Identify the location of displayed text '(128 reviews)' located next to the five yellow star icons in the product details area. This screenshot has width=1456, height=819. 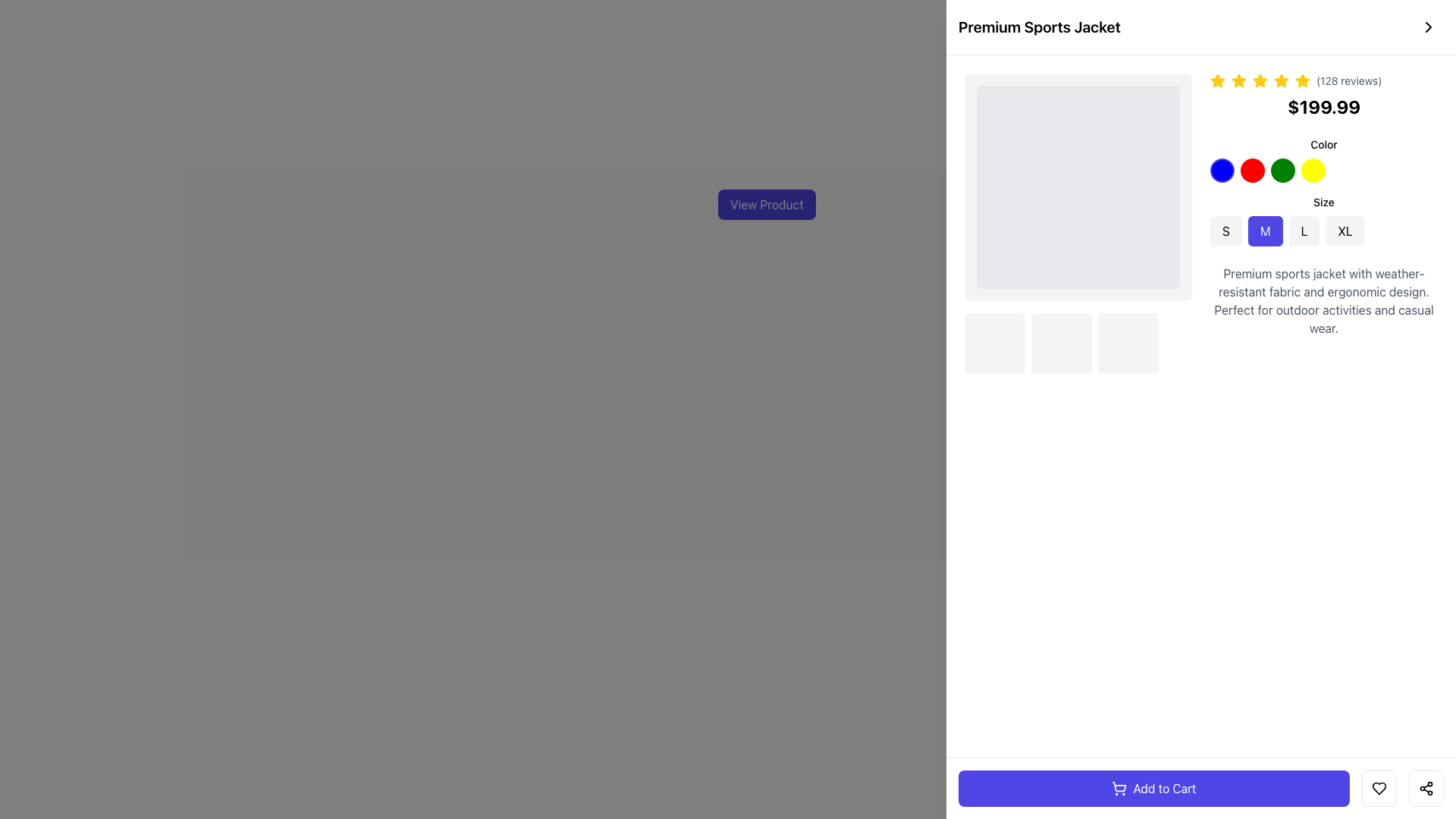
(1323, 81).